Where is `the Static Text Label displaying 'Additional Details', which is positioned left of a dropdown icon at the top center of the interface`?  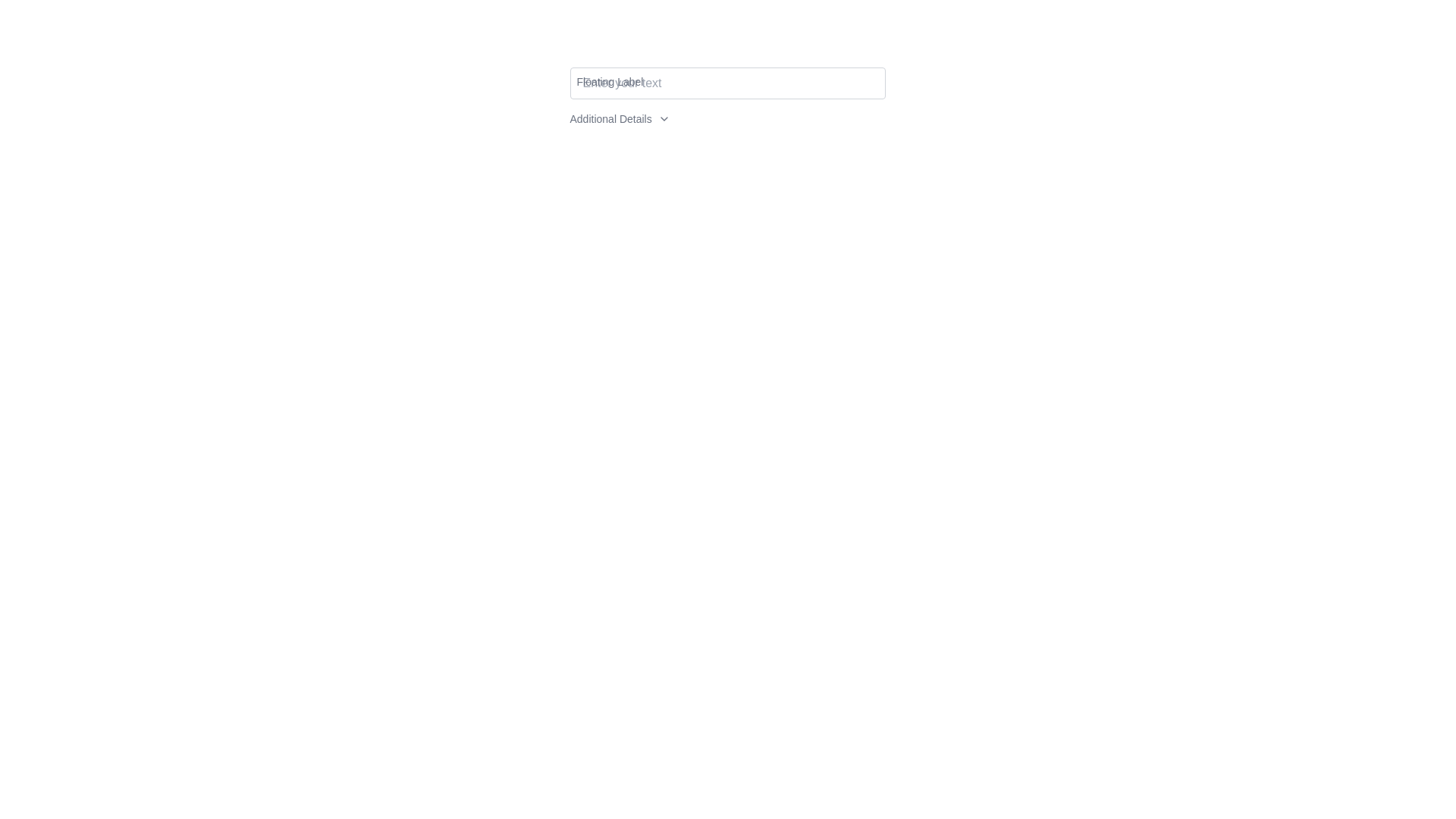 the Static Text Label displaying 'Additional Details', which is positioned left of a dropdown icon at the top center of the interface is located at coordinates (610, 118).